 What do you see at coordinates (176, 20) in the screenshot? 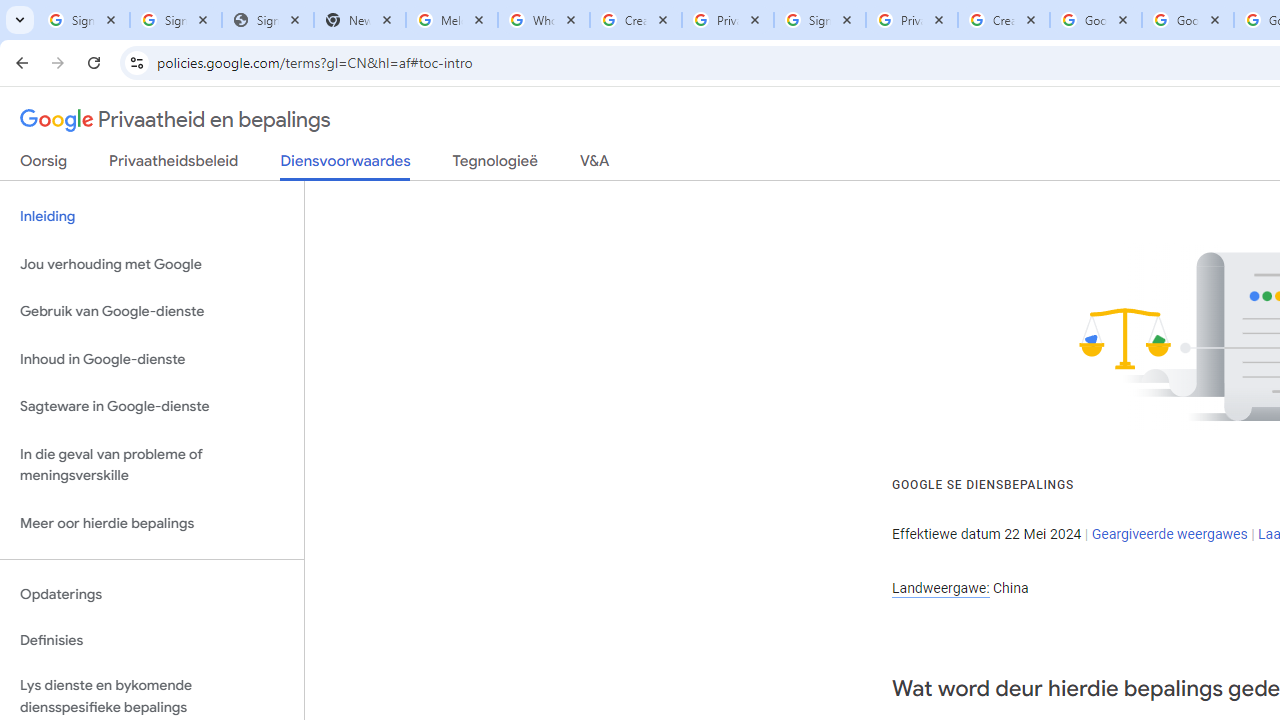
I see `'Sign in - Google Accounts'` at bounding box center [176, 20].